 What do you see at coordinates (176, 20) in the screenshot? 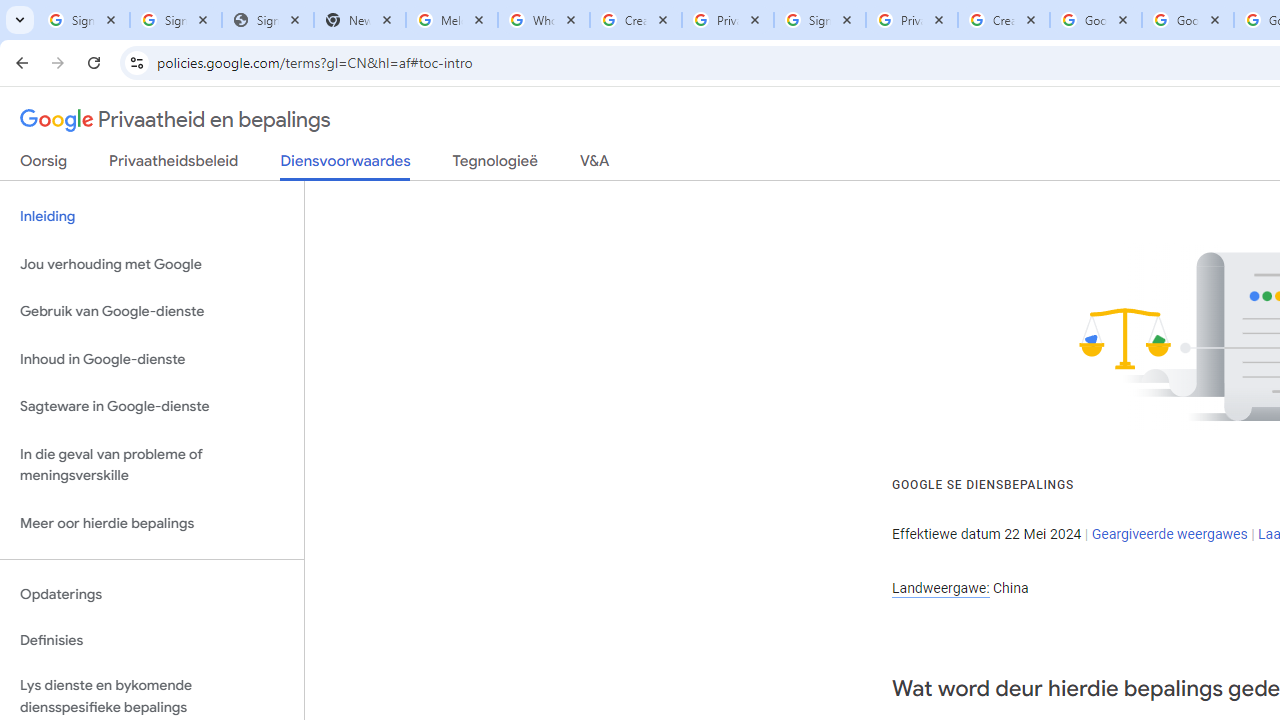
I see `'Sign in - Google Accounts'` at bounding box center [176, 20].